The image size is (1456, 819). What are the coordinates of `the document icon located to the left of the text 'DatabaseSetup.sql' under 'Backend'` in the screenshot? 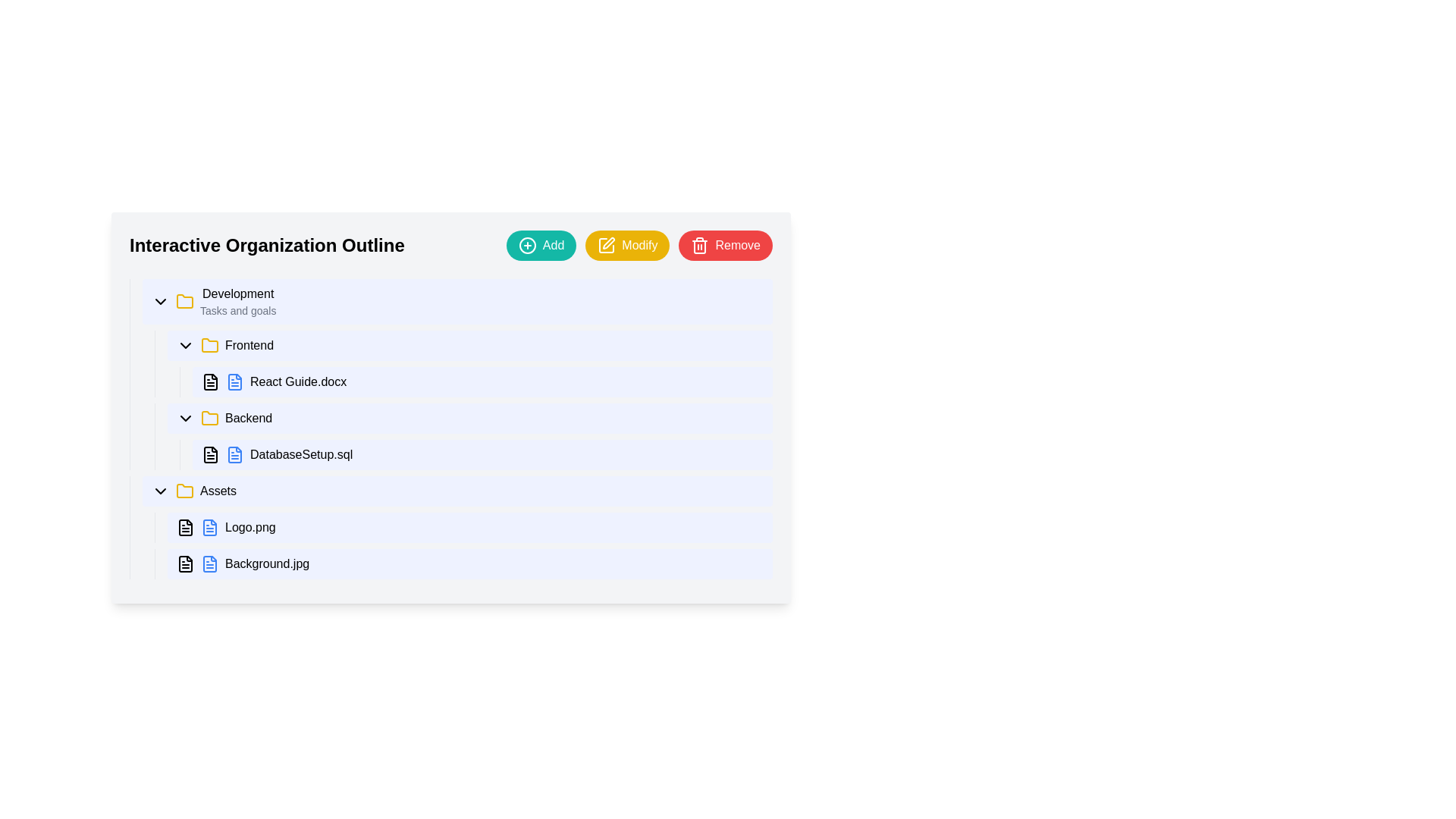 It's located at (210, 454).